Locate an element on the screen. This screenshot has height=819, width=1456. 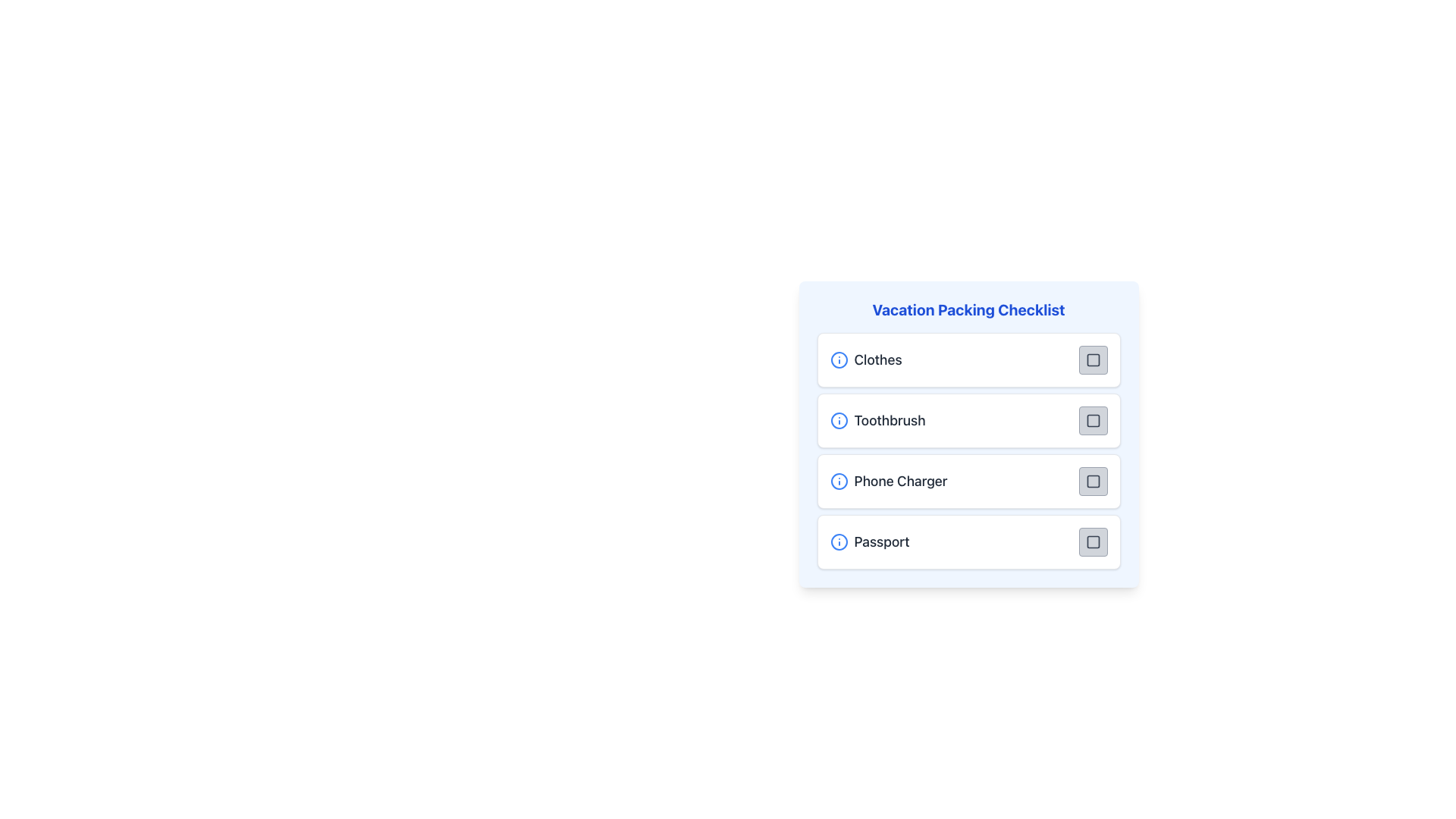
the checkbox associated with the 'Passport' entry is located at coordinates (1093, 541).